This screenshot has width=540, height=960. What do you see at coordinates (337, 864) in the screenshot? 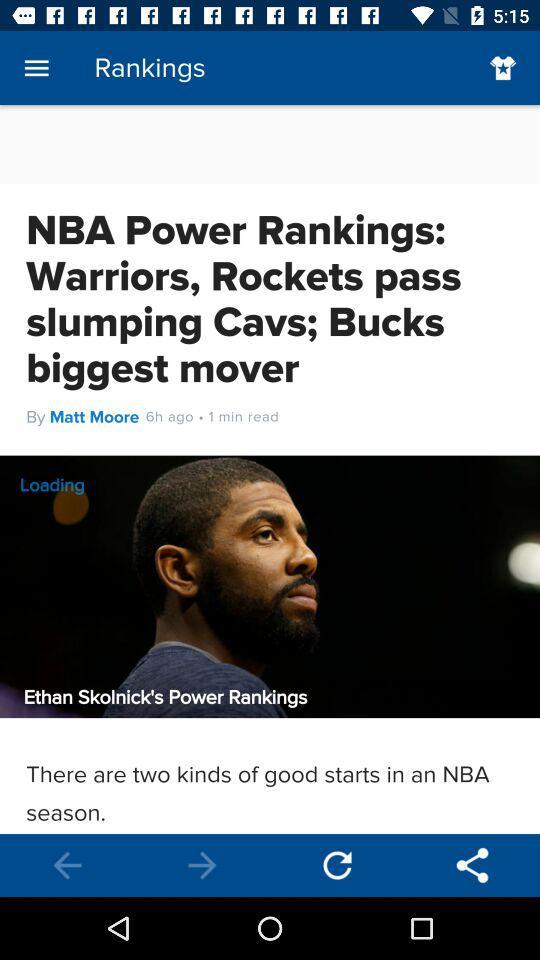
I see `refresh page` at bounding box center [337, 864].